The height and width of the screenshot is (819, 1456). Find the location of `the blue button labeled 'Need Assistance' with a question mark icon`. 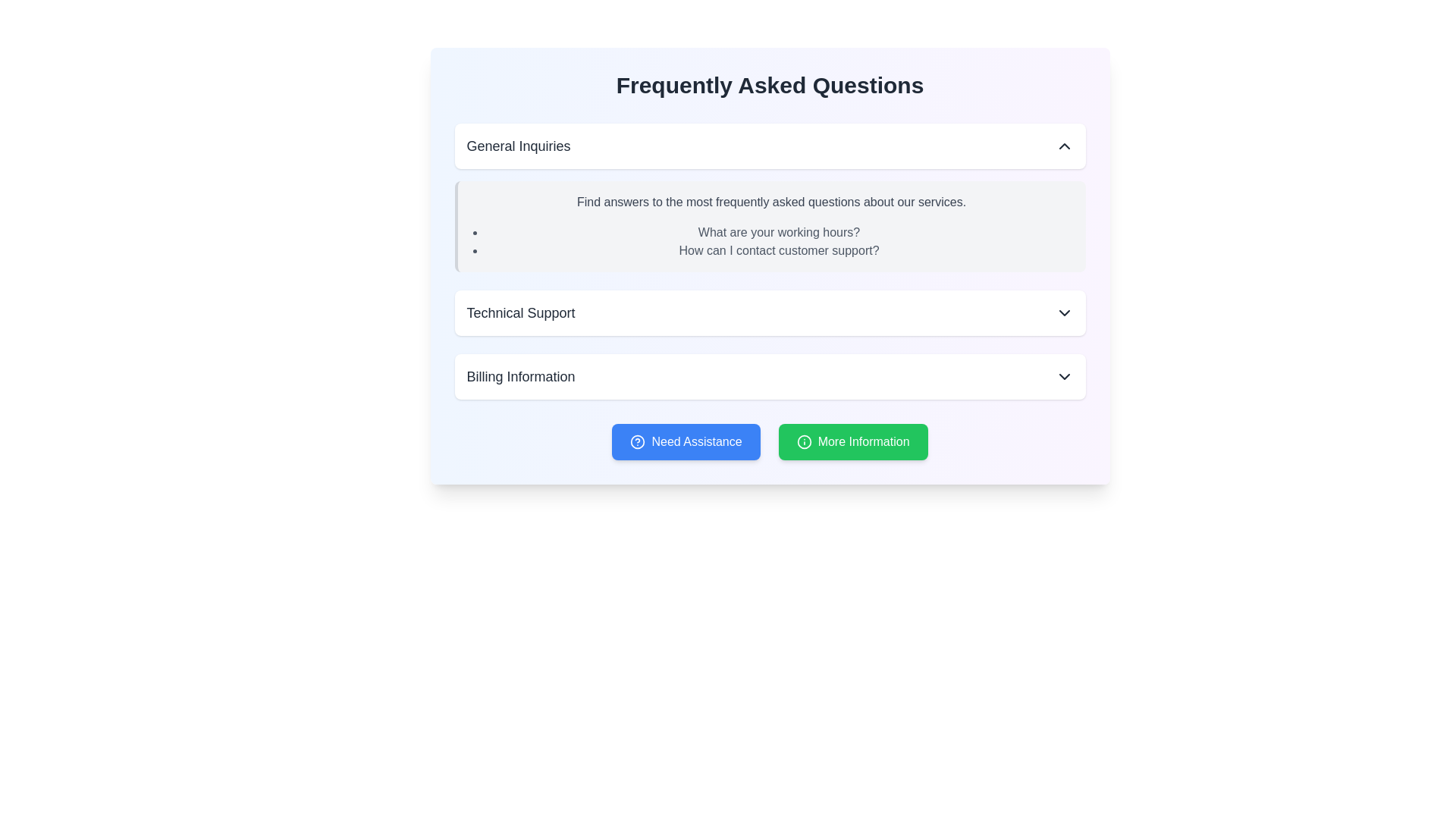

the blue button labeled 'Need Assistance' with a question mark icon is located at coordinates (686, 441).